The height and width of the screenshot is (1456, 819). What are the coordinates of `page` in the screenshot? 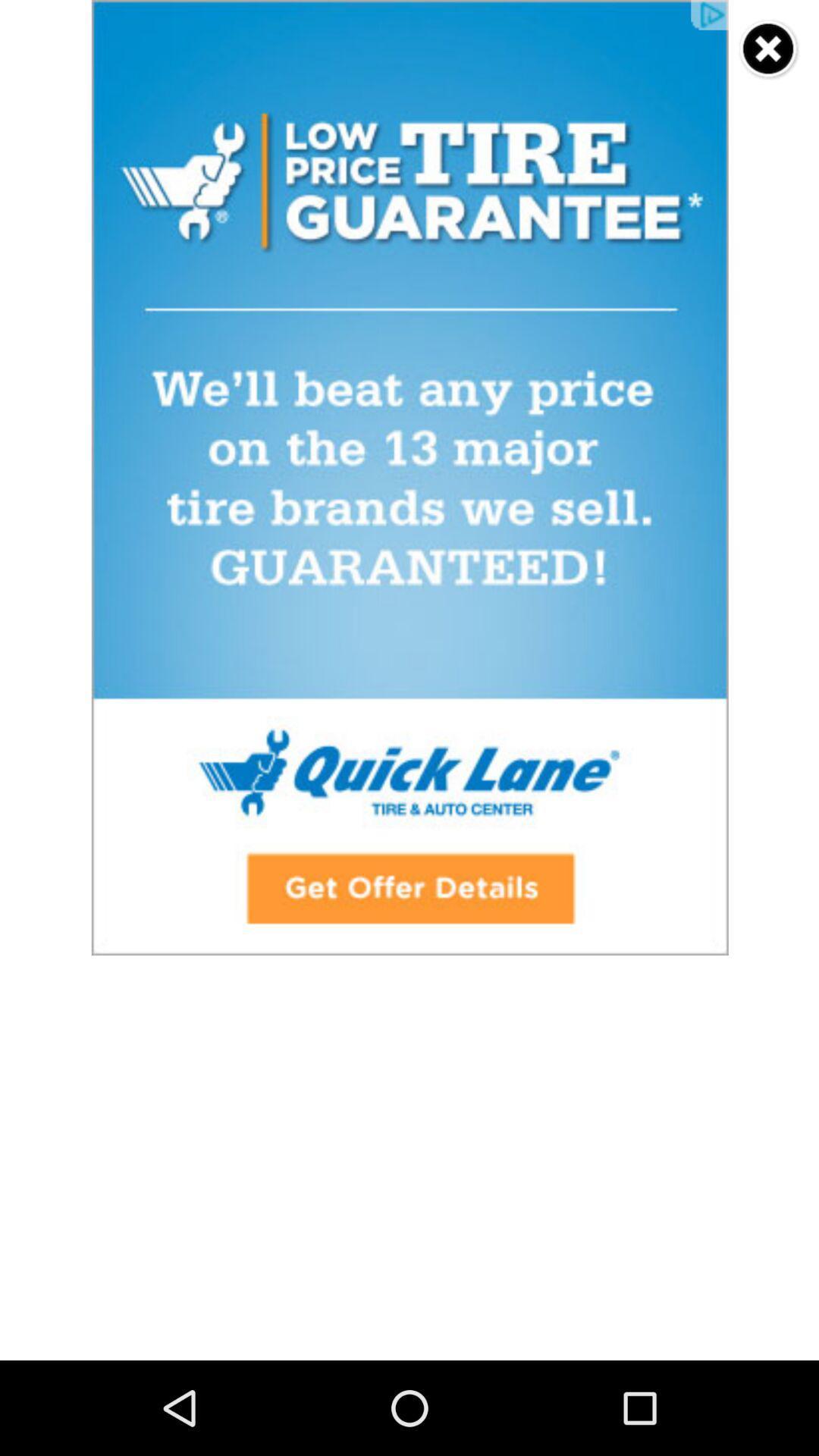 It's located at (769, 49).